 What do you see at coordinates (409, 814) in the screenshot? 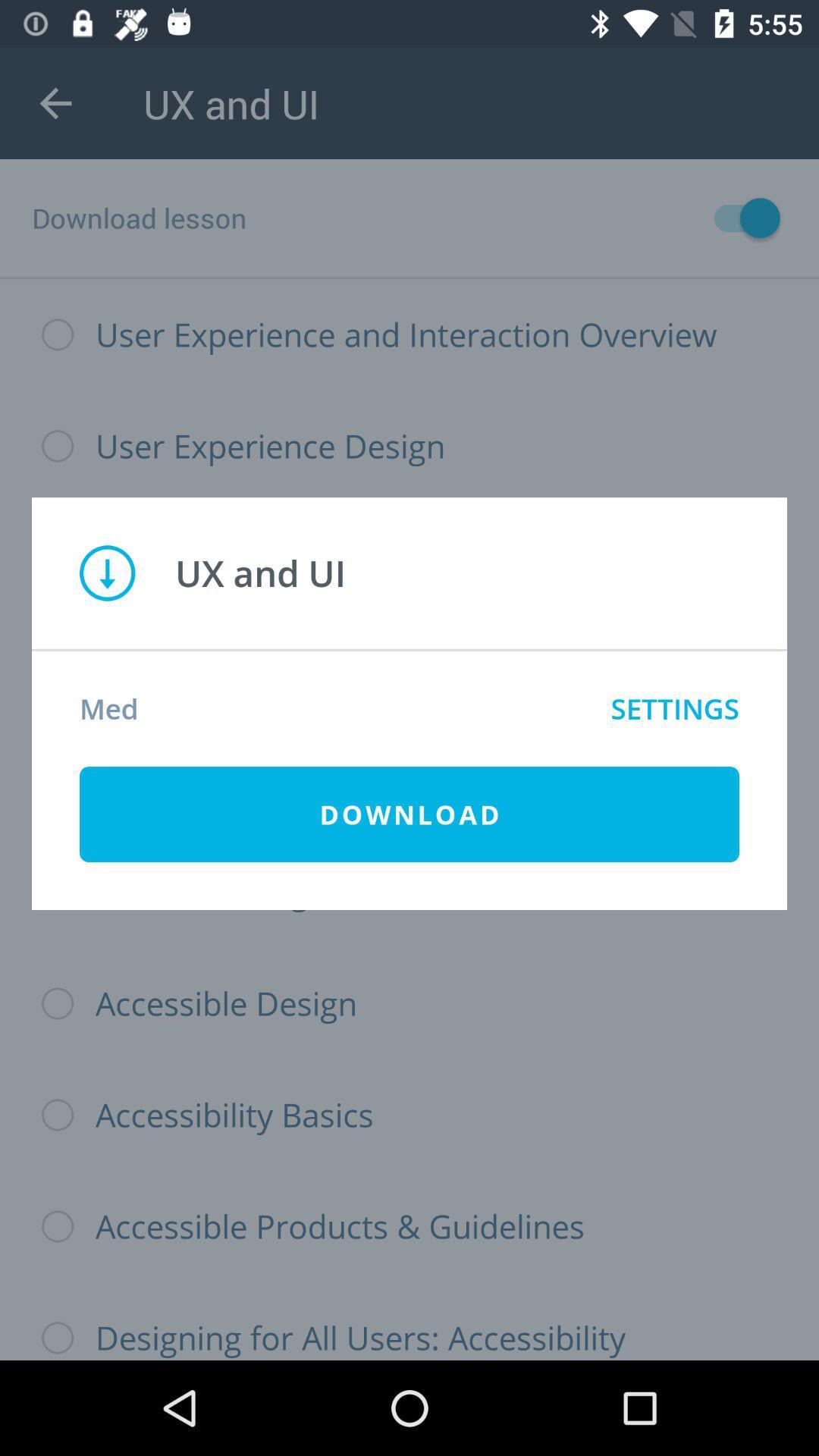
I see `the download` at bounding box center [409, 814].